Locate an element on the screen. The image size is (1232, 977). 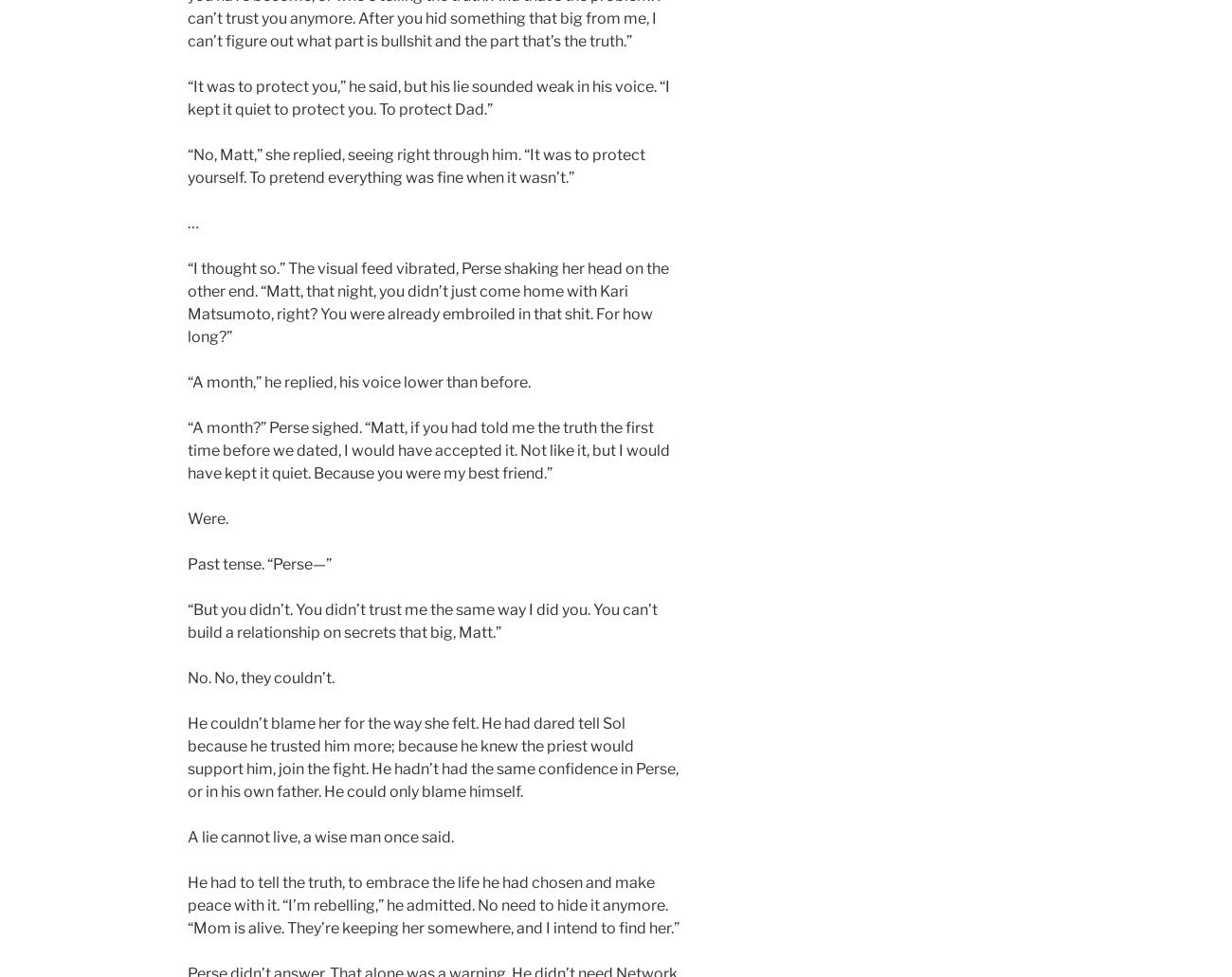
'“It was to protect you,” he said, but his lie sounded weak in his voice. “I kept it quiet to protect you. To protect Dad.”' is located at coordinates (427, 98).